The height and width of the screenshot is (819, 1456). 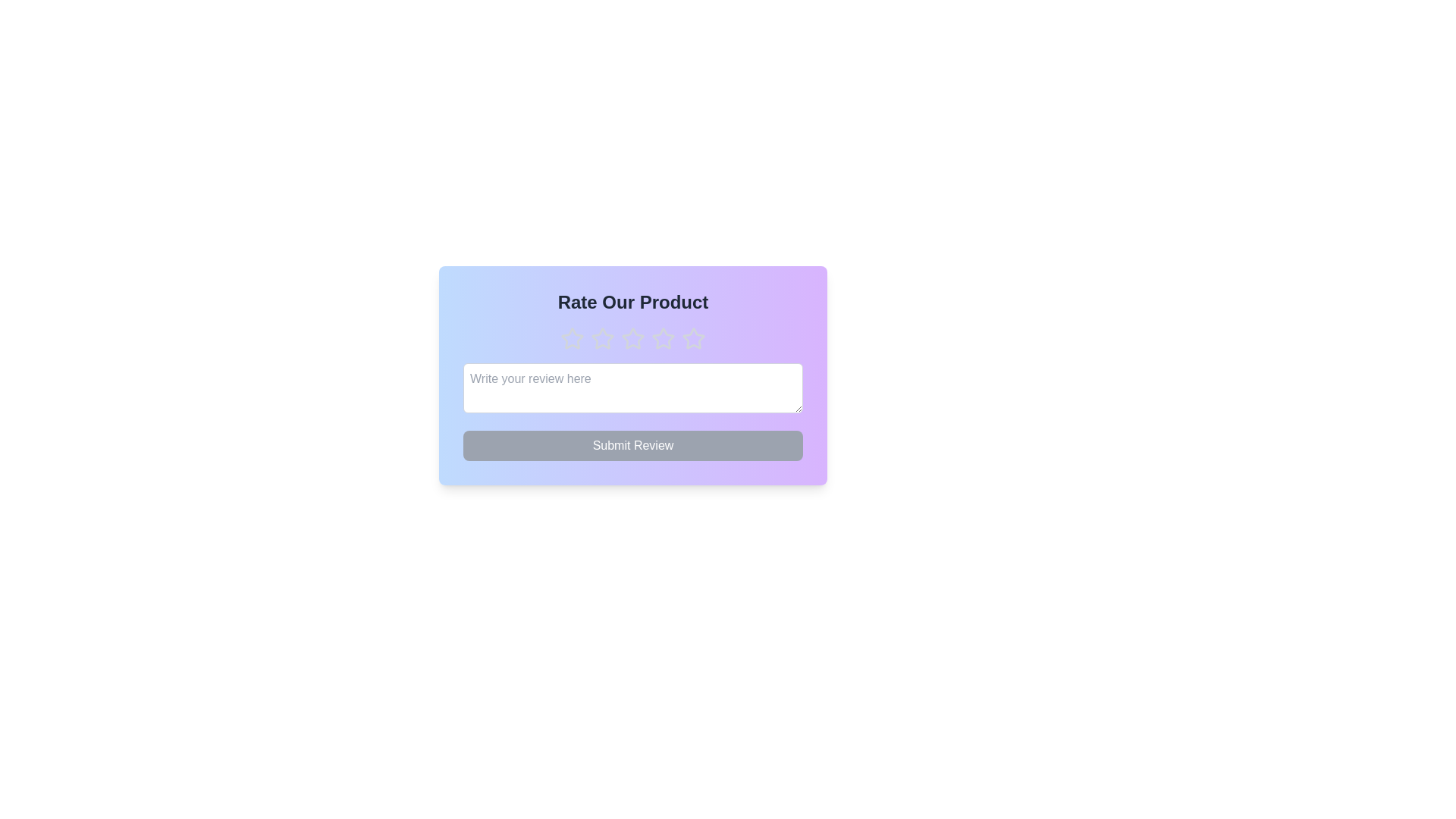 I want to click on the text area and type the review text, so click(x=633, y=388).